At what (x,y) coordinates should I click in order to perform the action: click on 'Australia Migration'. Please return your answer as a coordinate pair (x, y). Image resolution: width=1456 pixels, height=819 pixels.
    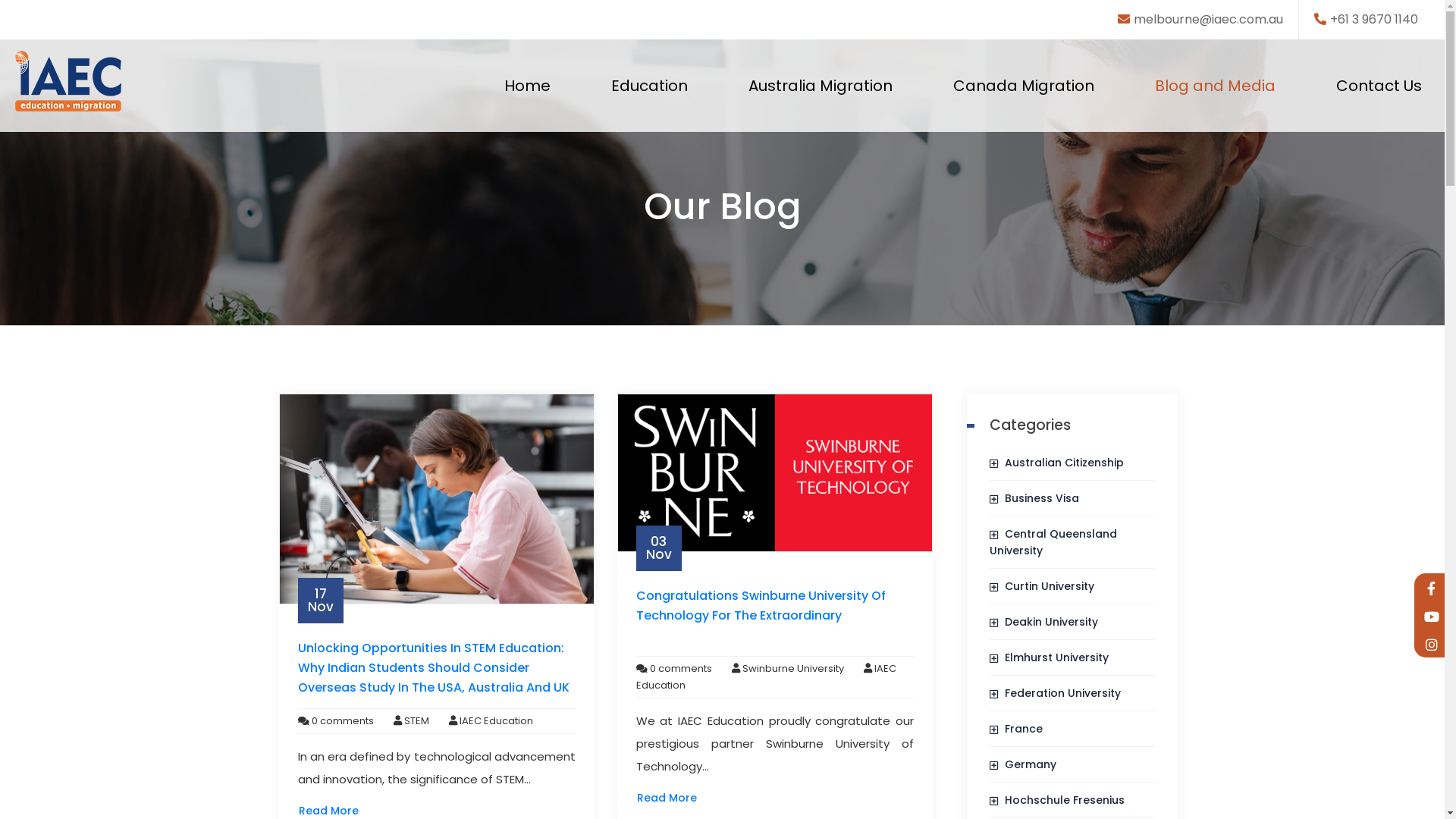
    Looking at the image, I should click on (741, 85).